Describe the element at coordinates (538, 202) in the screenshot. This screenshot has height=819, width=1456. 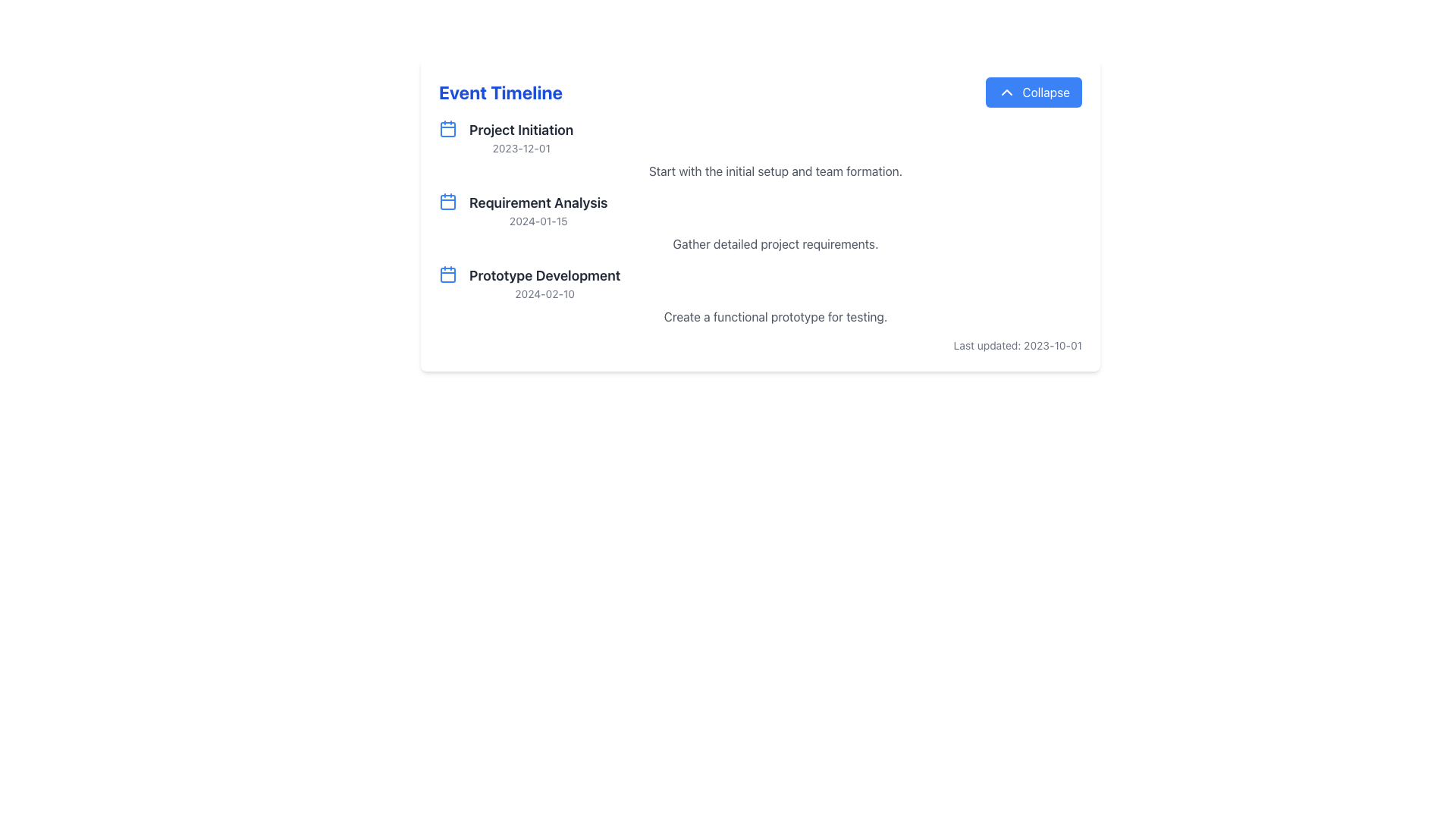
I see `text label that serves as the title for the second event in the timeline, positioned between 'Project Initiation' and 'Prototype Development'` at that location.